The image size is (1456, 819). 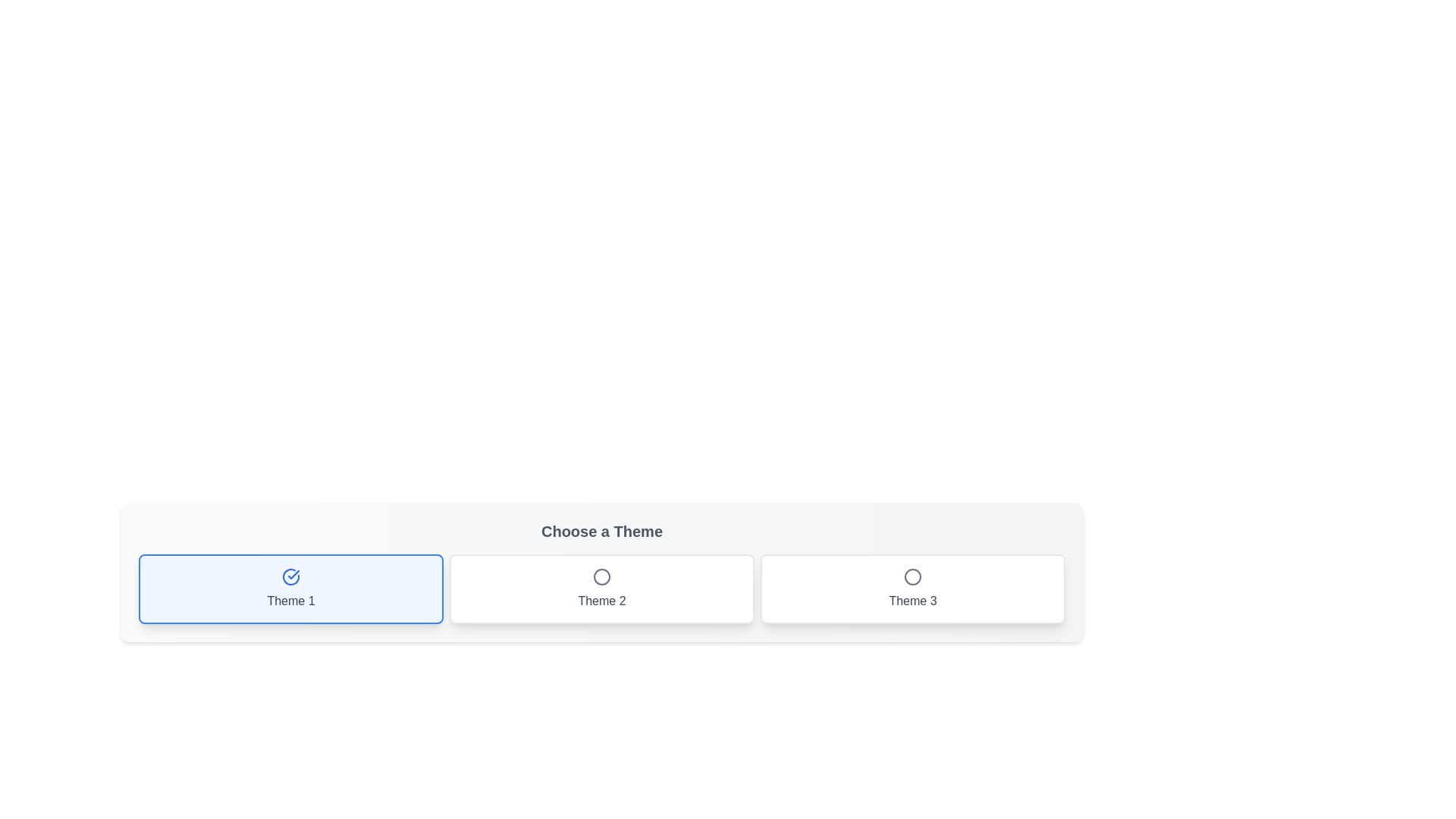 I want to click on the 'Theme 3' button located in the bottom right corner of the grid layout, so click(x=912, y=588).